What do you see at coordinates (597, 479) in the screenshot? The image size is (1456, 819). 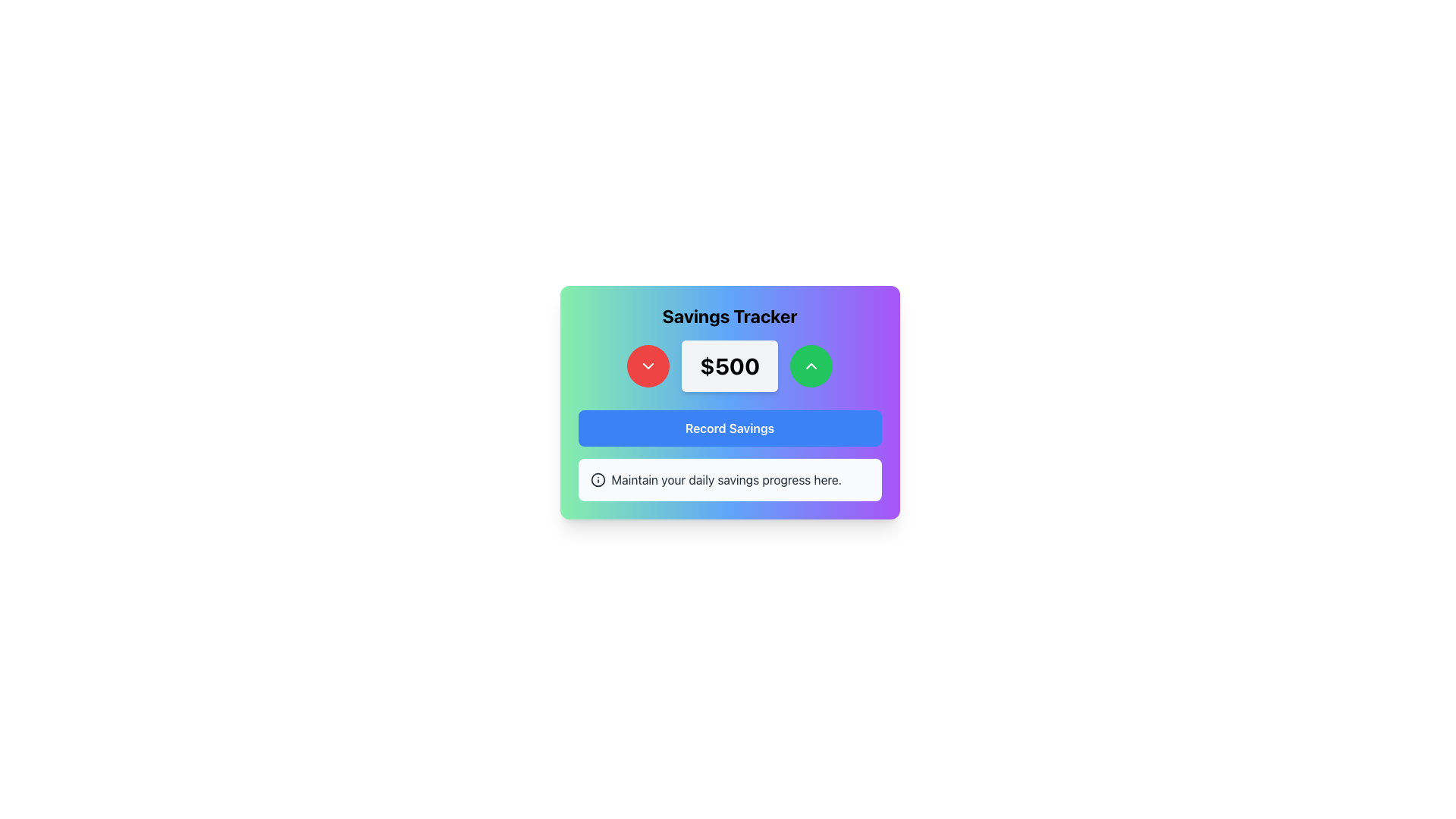 I see `the informational icon providing context to the message about maintaining savings progress, located to the left of the text 'Maintain your daily savings progress here.'` at bounding box center [597, 479].